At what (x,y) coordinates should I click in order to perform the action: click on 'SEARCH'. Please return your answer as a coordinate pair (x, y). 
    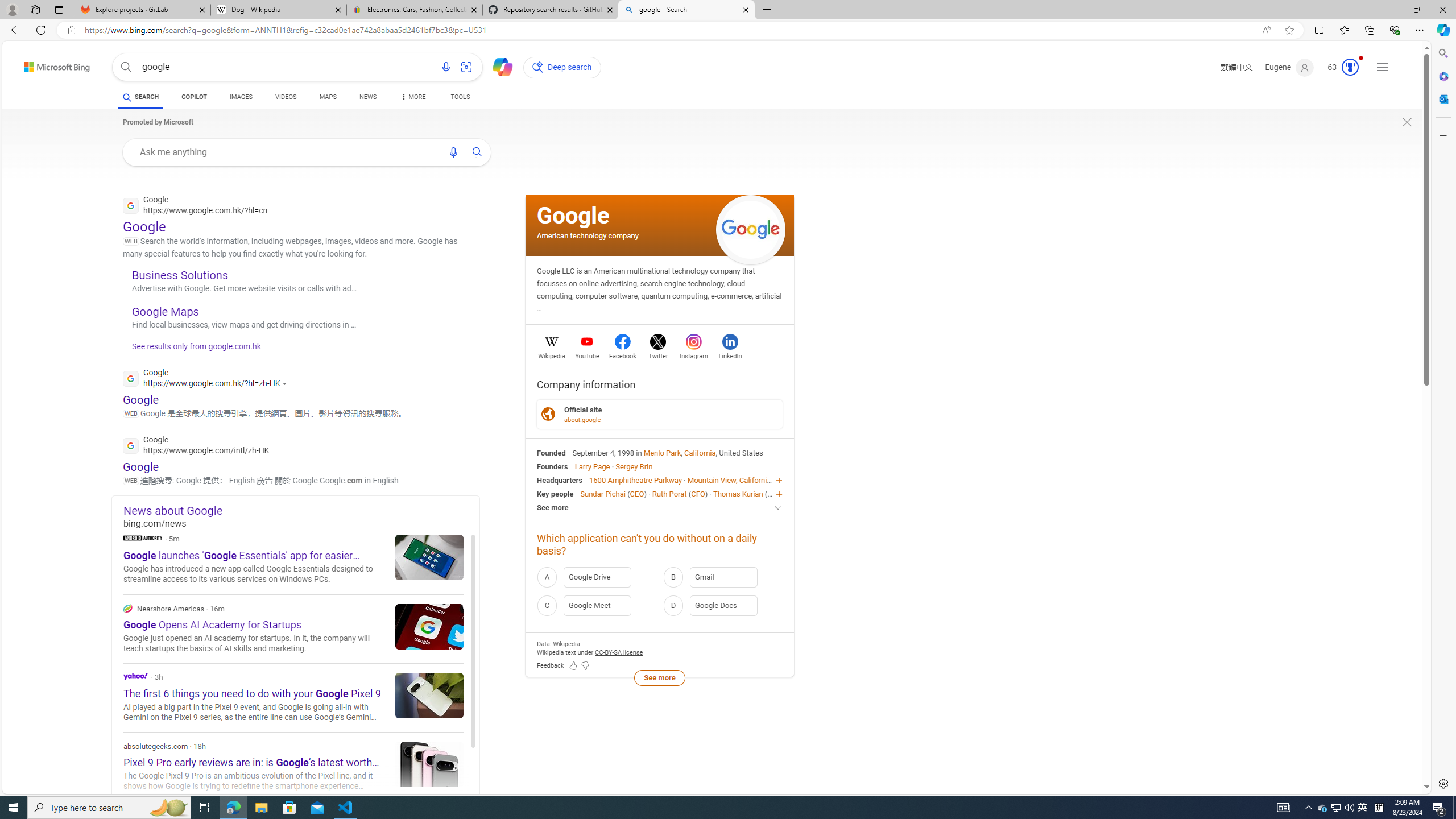
    Looking at the image, I should click on (140, 96).